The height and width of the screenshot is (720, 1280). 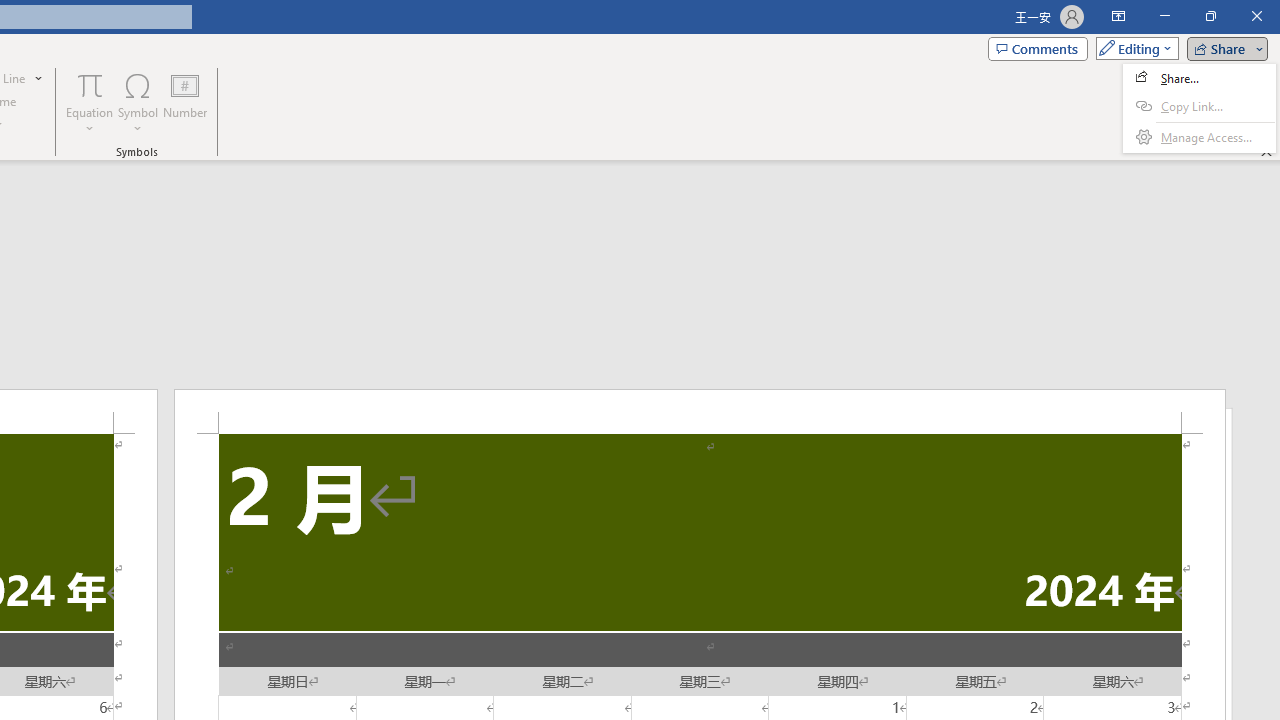 I want to click on 'Number...', so click(x=185, y=103).